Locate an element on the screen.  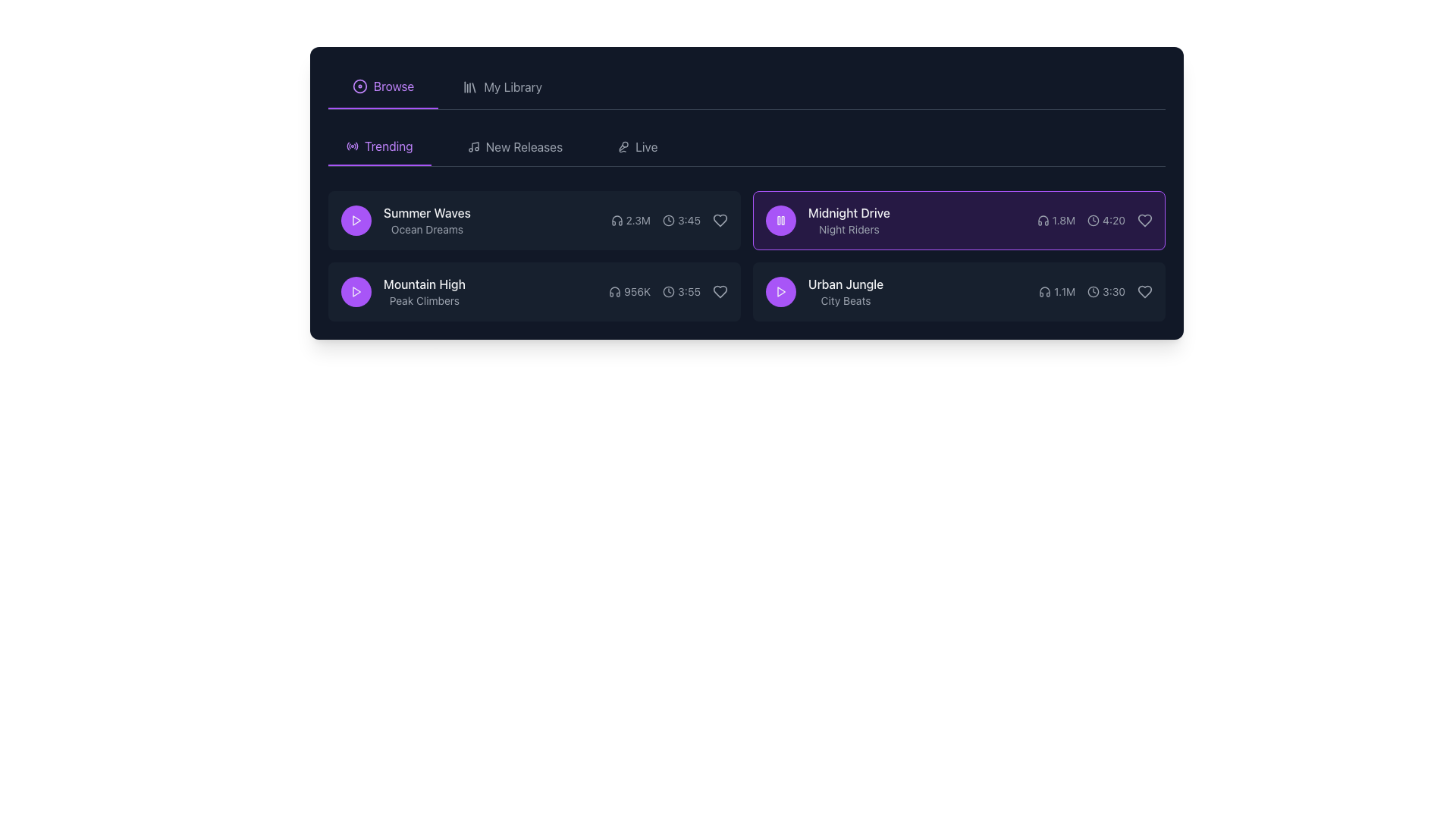
the metadata of the interactive list item titled 'Summer Waves' is located at coordinates (535, 220).